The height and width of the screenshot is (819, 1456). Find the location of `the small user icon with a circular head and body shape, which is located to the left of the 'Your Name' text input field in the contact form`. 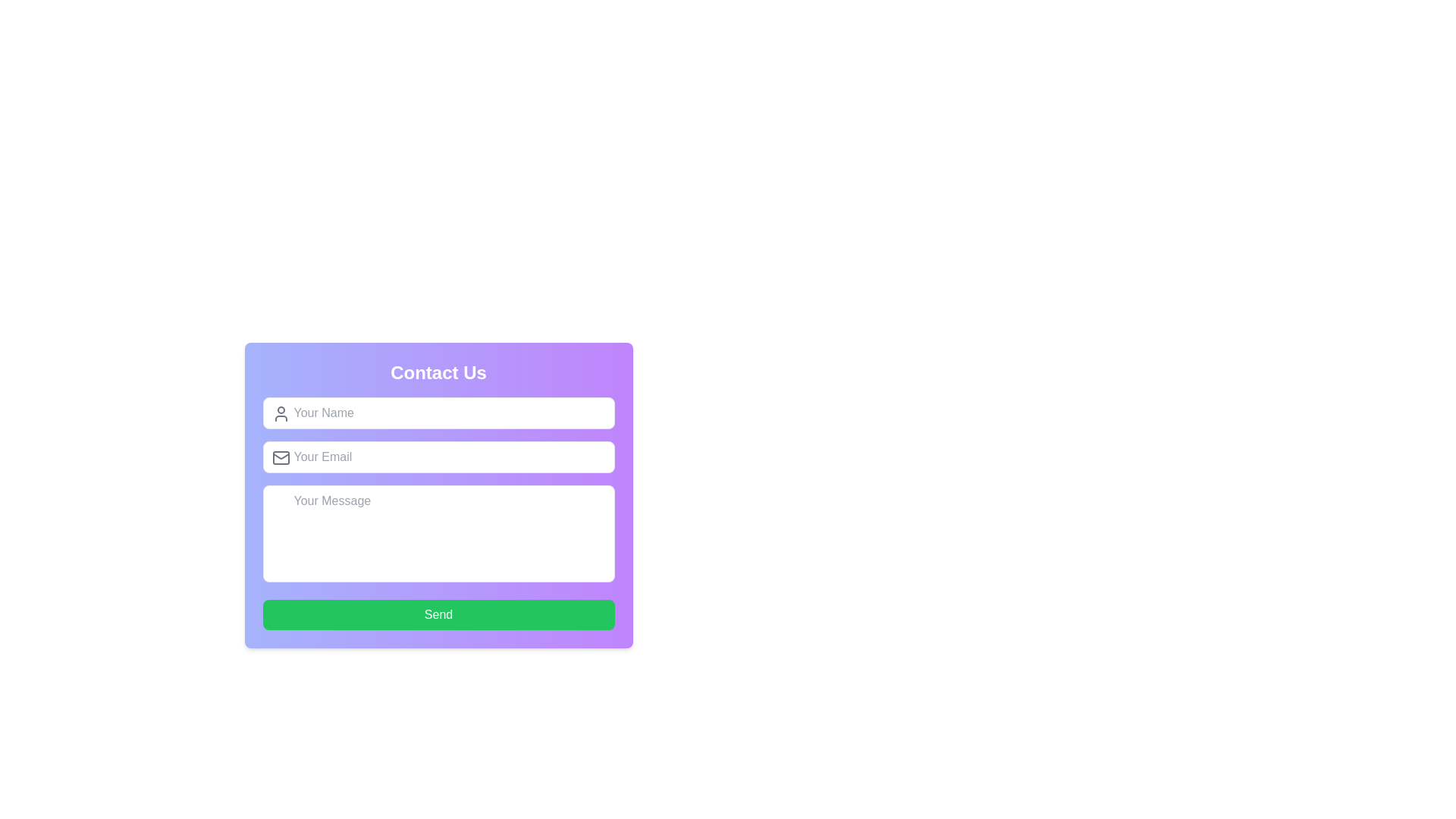

the small user icon with a circular head and body shape, which is located to the left of the 'Your Name' text input field in the contact form is located at coordinates (281, 414).